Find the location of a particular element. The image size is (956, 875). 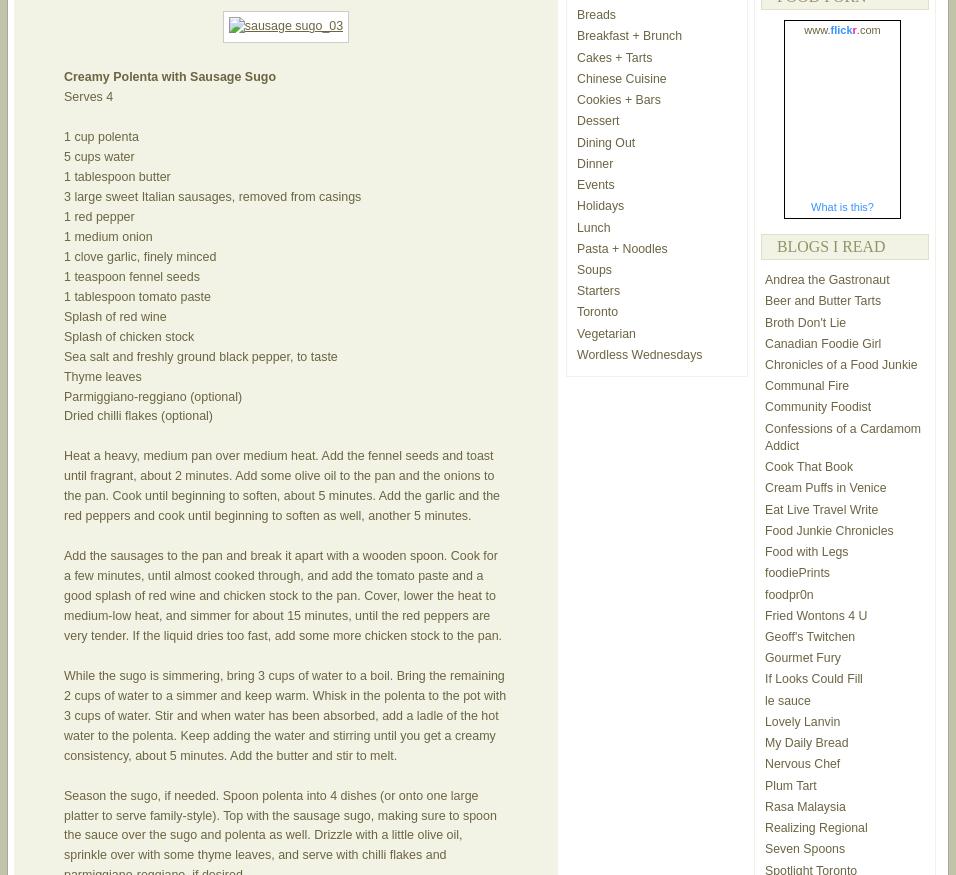

'Realizing Regional' is located at coordinates (815, 828).